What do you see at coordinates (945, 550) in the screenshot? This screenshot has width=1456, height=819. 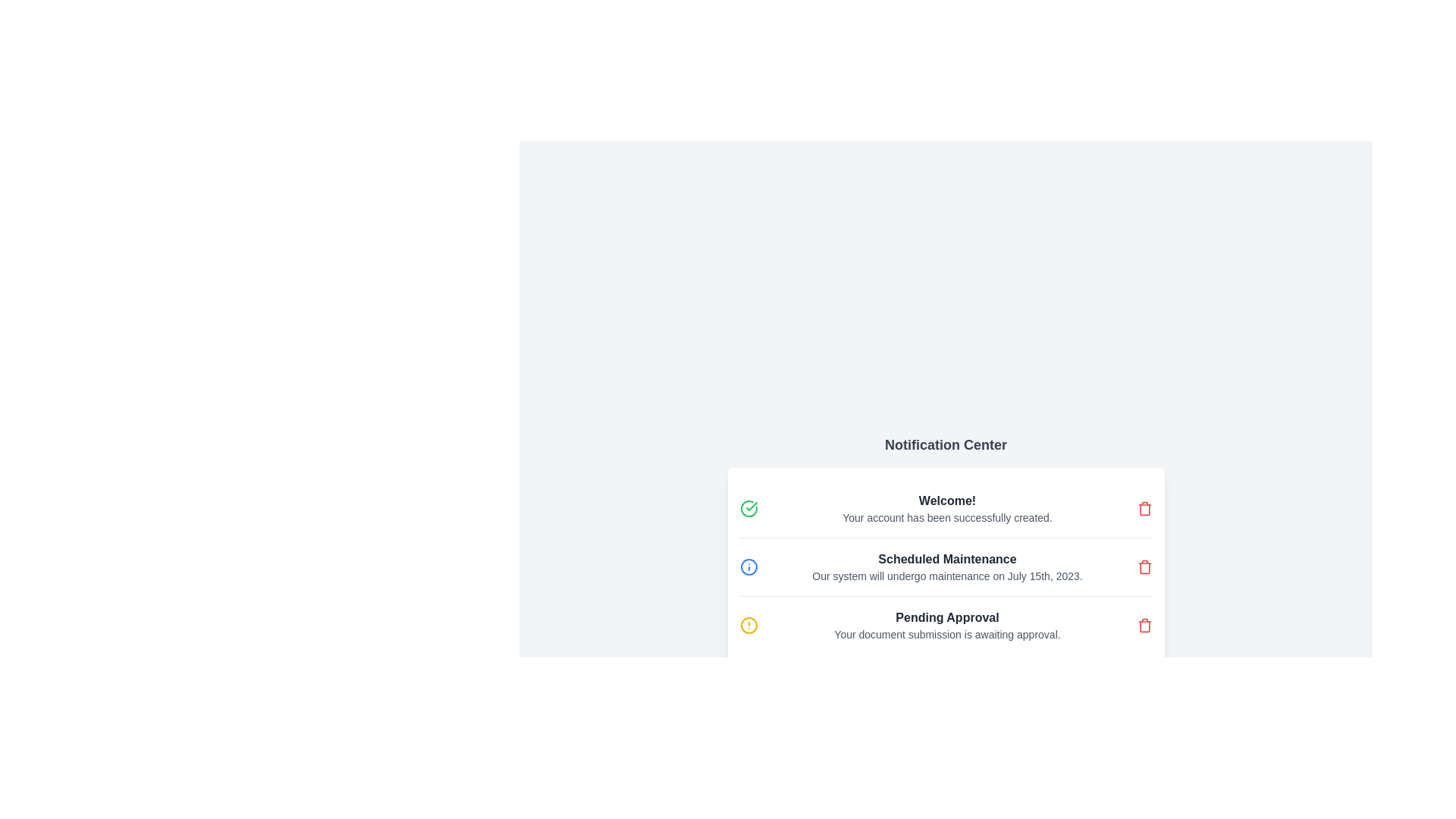 I see `information displayed in the notification card that shows 'Scheduled Maintenance' in bold text and a subtitle regarding system maintenance` at bounding box center [945, 550].